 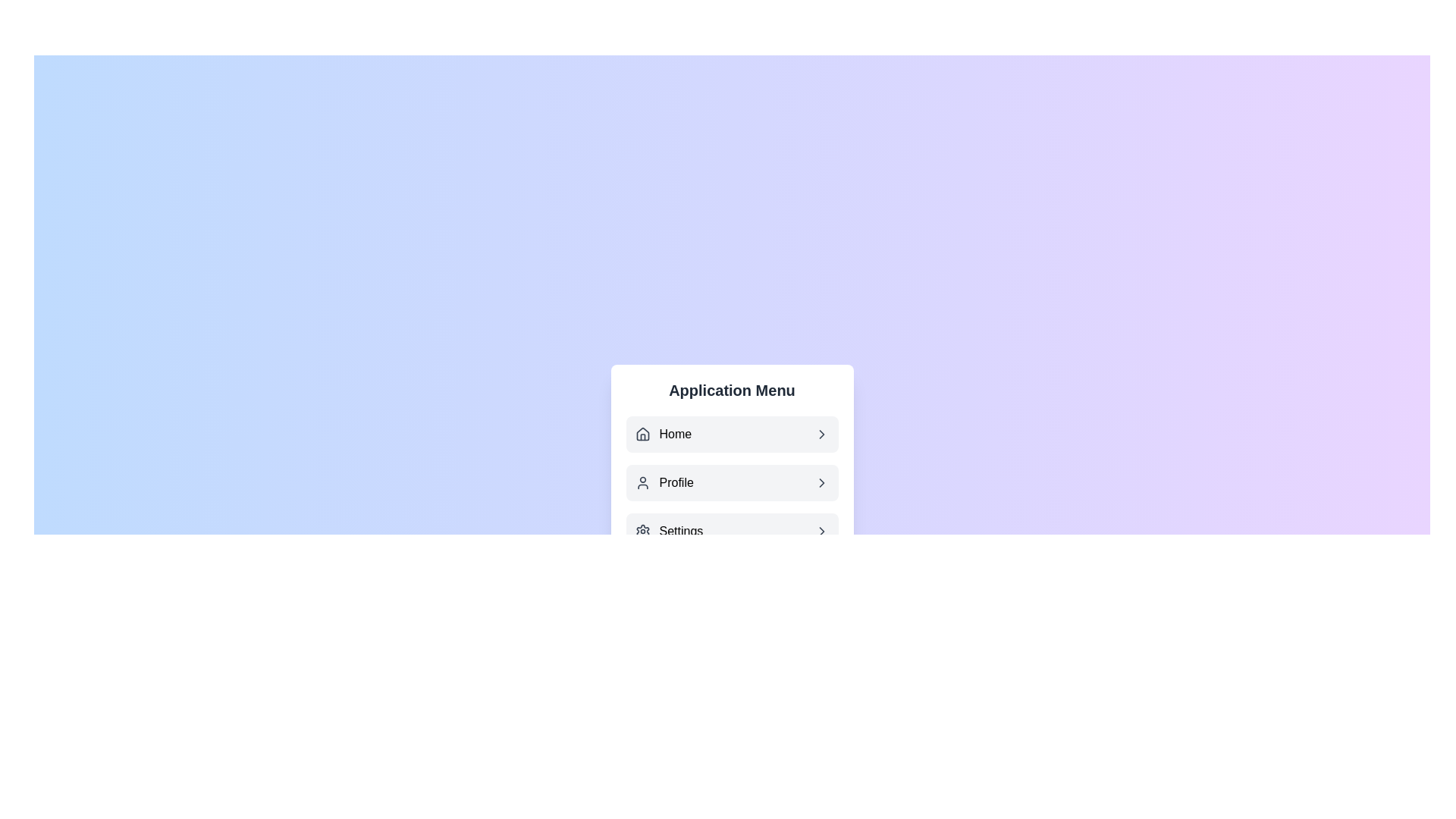 I want to click on the 'Settings' menu item, which is the third item, so click(x=668, y=531).